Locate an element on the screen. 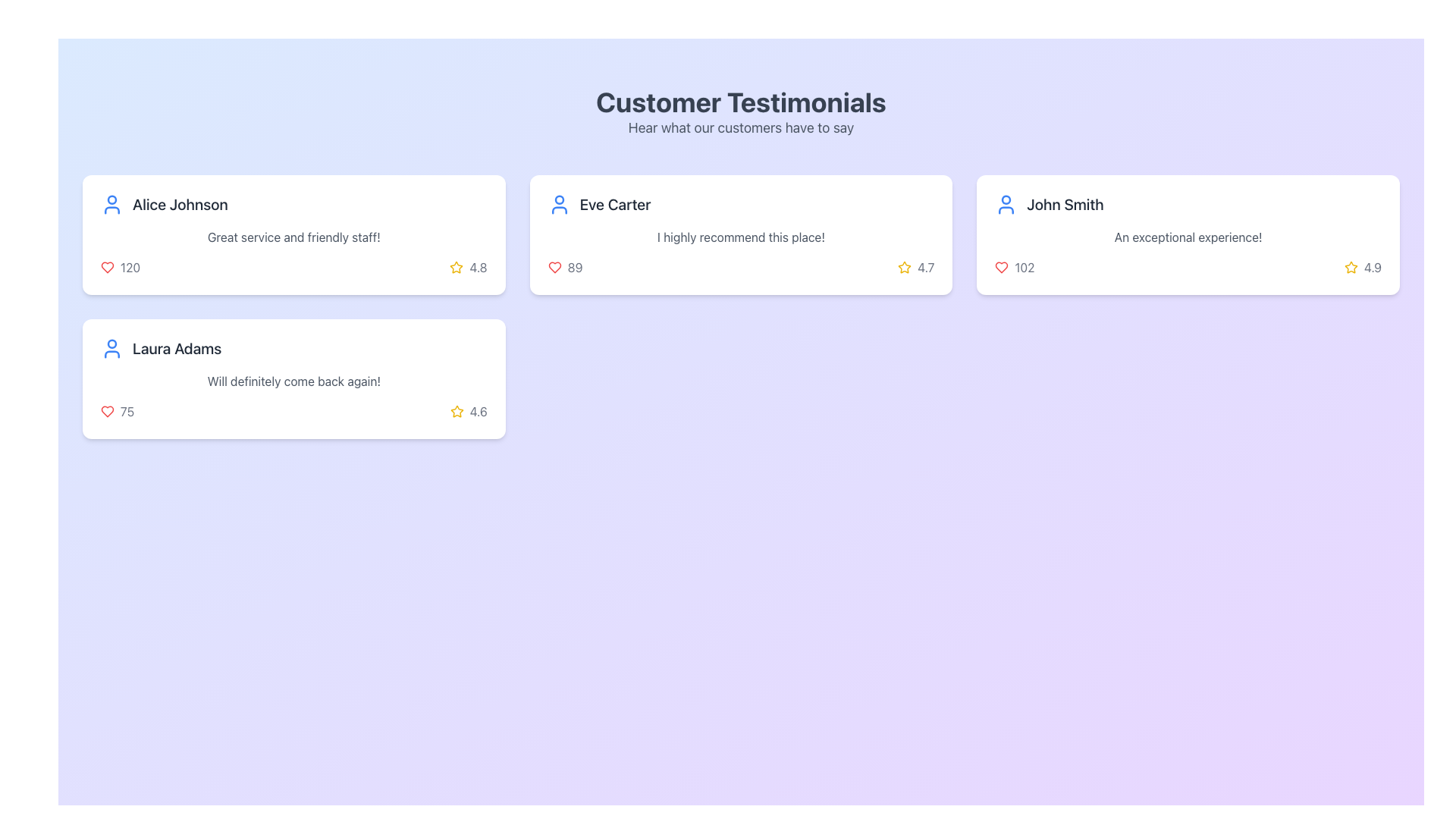 This screenshot has width=1456, height=819. the numeric value element displaying the count next to the red heart icon under the title 'Alice Johnson' is located at coordinates (130, 267).